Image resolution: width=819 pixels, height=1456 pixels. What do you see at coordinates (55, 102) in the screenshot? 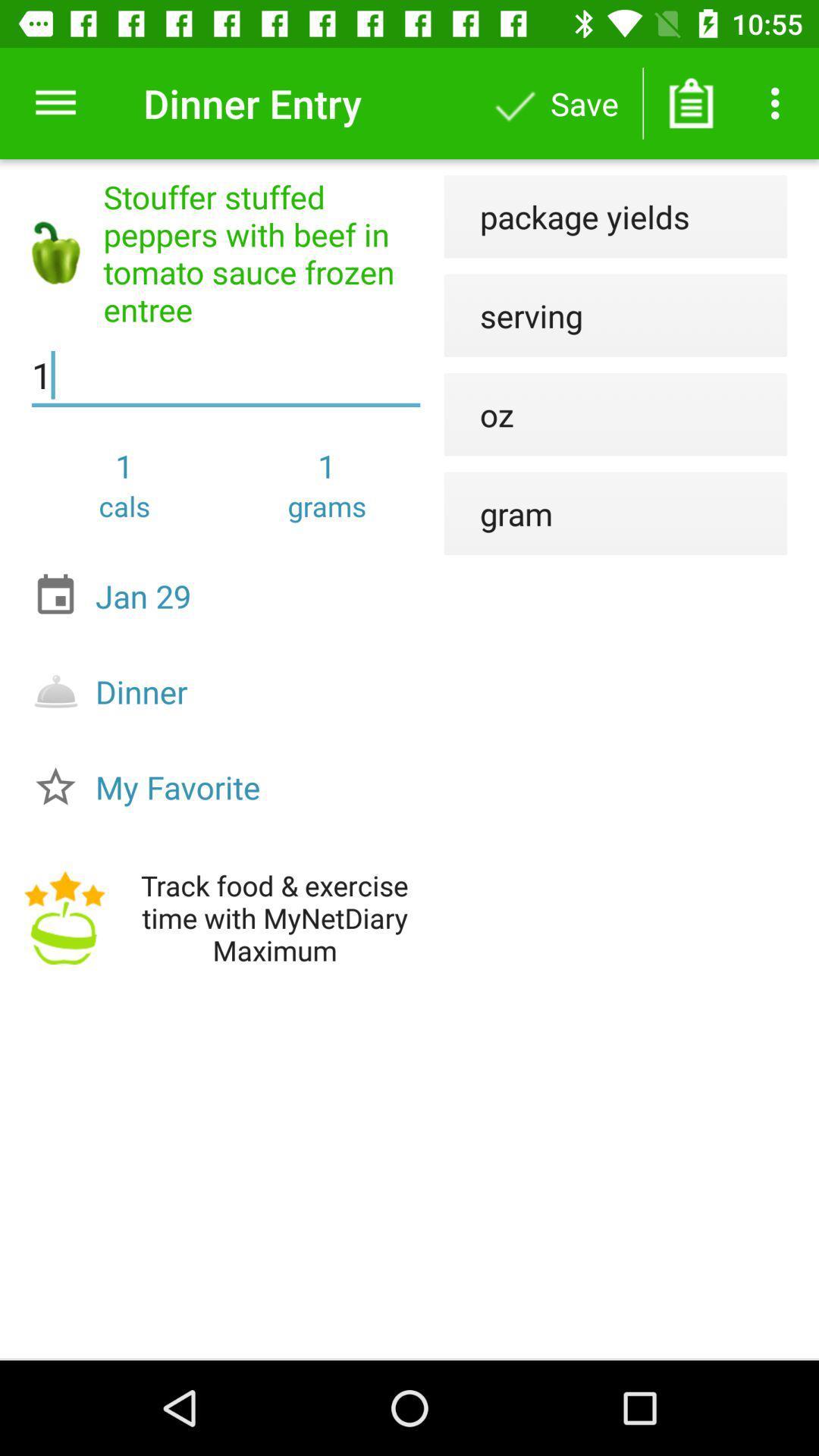
I see `icon above stouffer stuffed peppers item` at bounding box center [55, 102].